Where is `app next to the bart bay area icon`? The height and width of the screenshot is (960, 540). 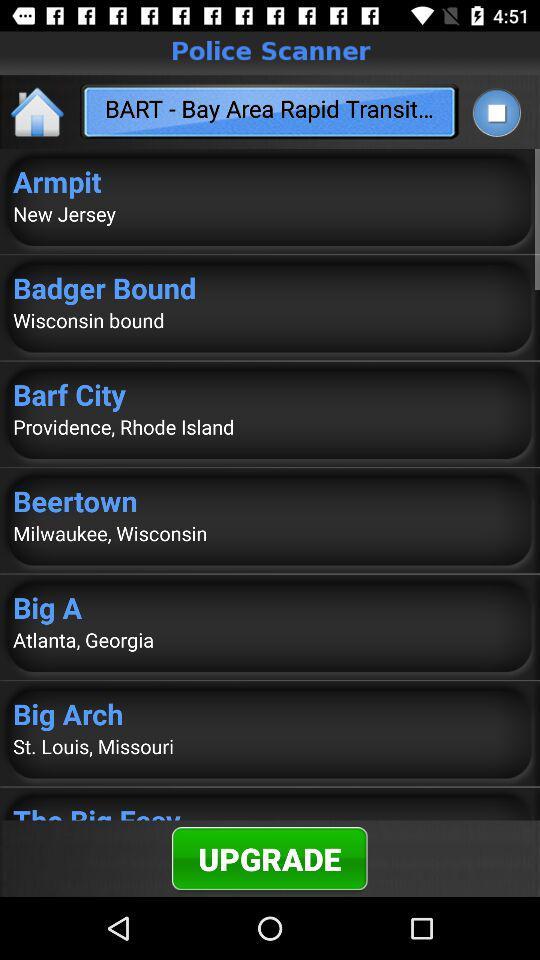 app next to the bart bay area icon is located at coordinates (495, 112).